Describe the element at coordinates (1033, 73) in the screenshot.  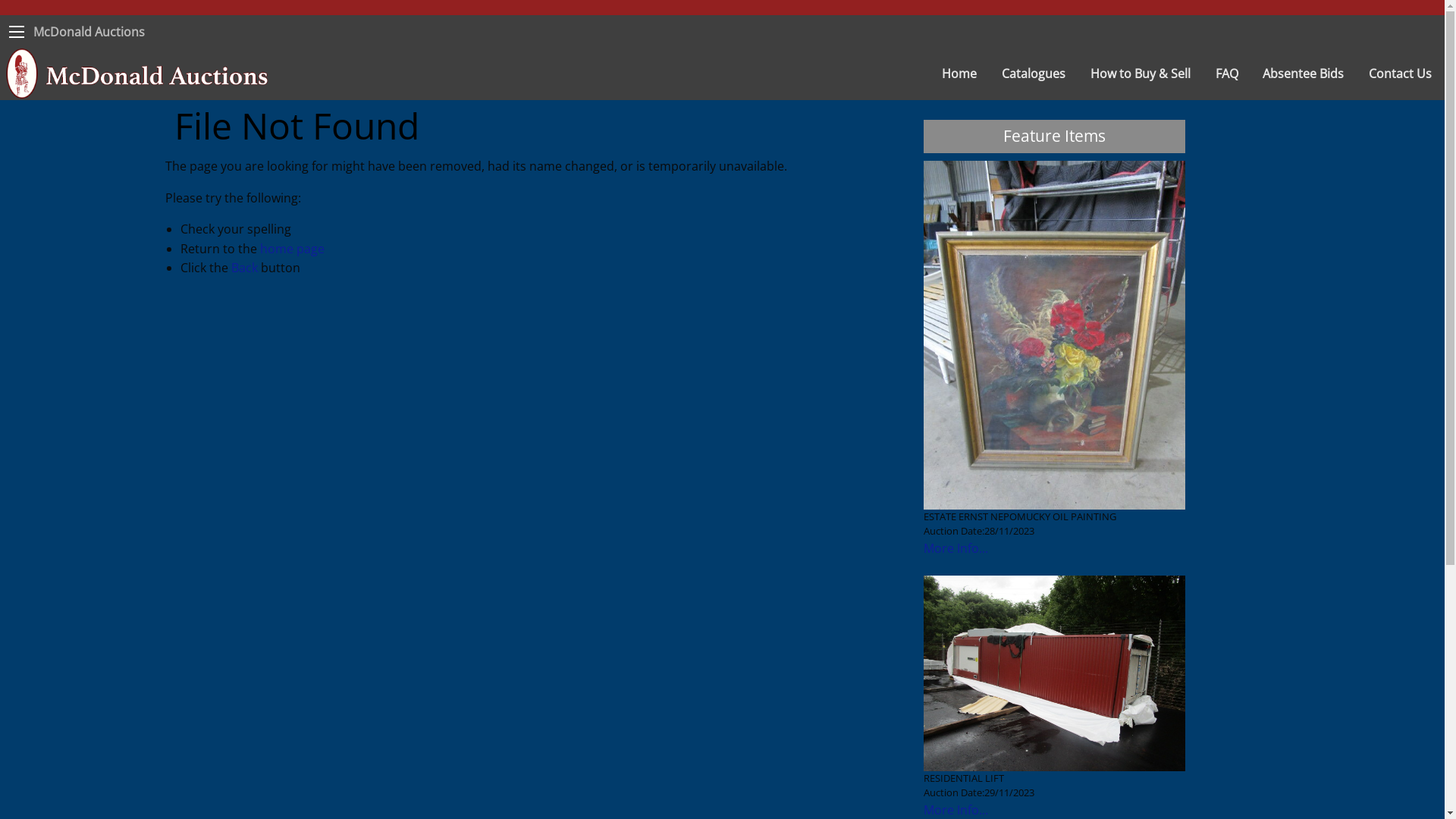
I see `'Catalogues'` at that location.